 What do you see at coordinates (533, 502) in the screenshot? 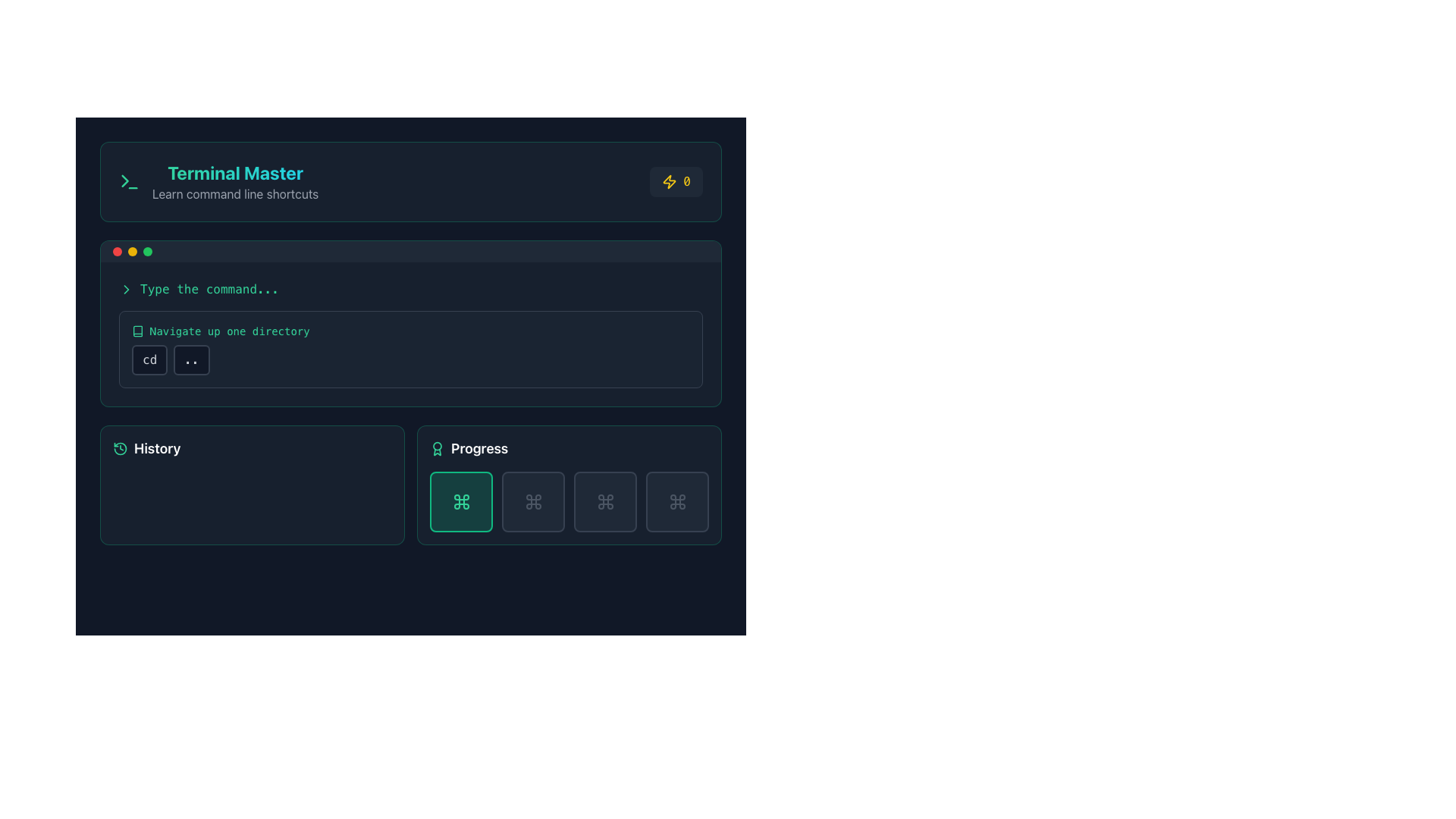
I see `the second button in the second row of the grid layout within the 'Progress' section, which has a dark gray background and a command-like symbol icon in the center` at bounding box center [533, 502].